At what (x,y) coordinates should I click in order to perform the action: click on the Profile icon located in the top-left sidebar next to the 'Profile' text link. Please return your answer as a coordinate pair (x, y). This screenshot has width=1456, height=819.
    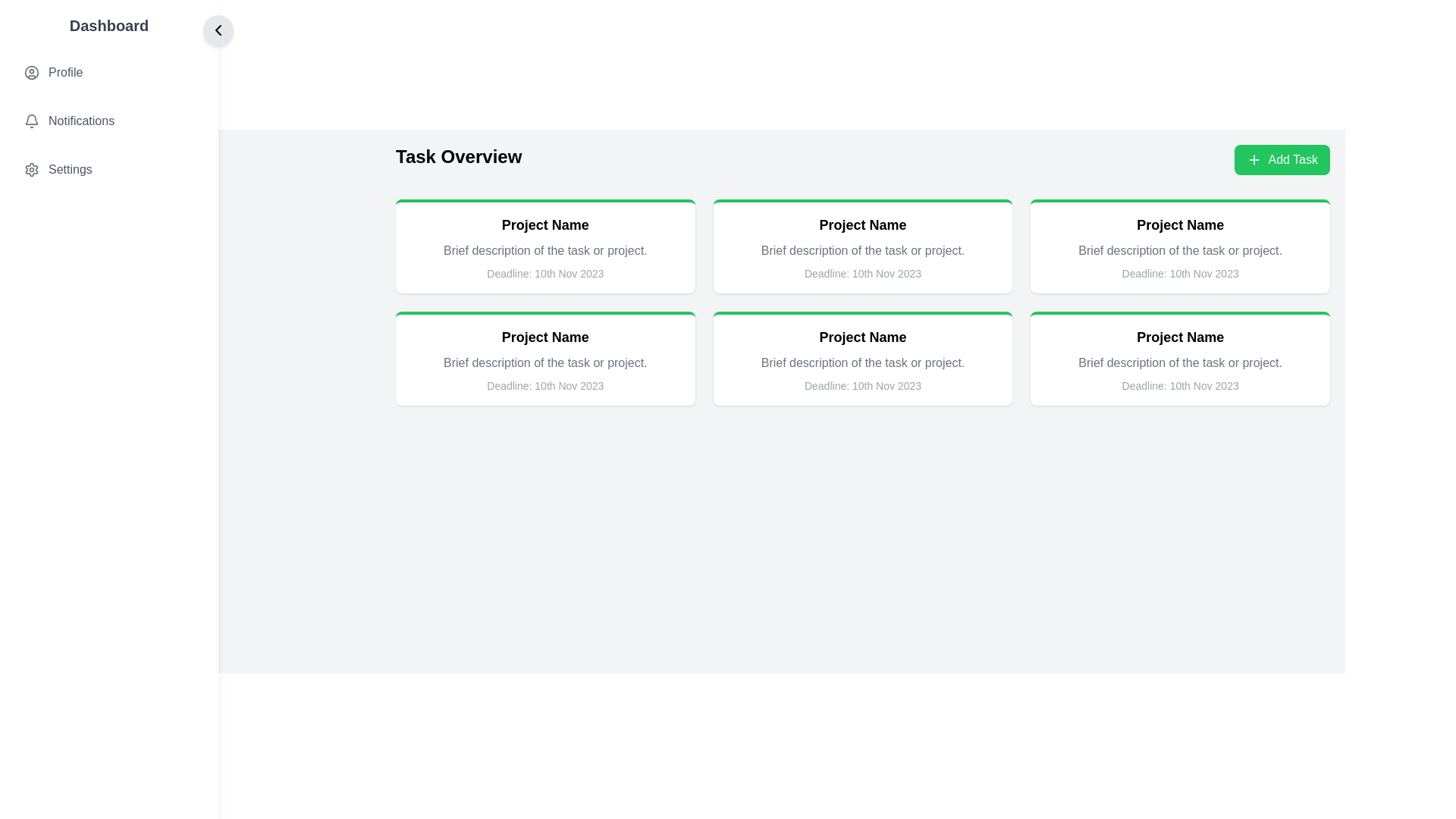
    Looking at the image, I should click on (32, 73).